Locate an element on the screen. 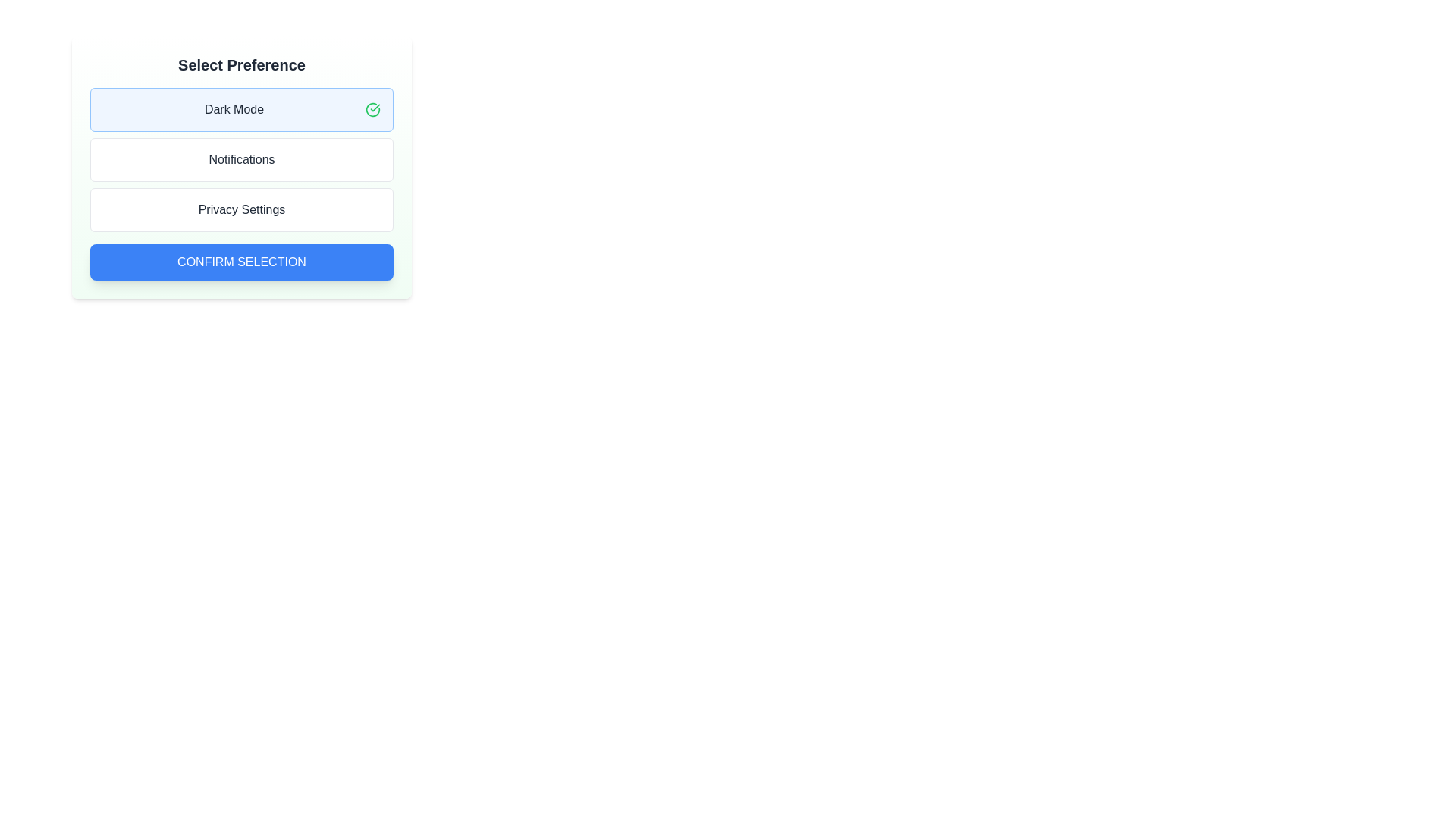  the 'Privacy Settings' button located in the 'Select Preference' section, which is the third item in a vertical list below 'Notifications' and 'Dark Mode' is located at coordinates (240, 210).